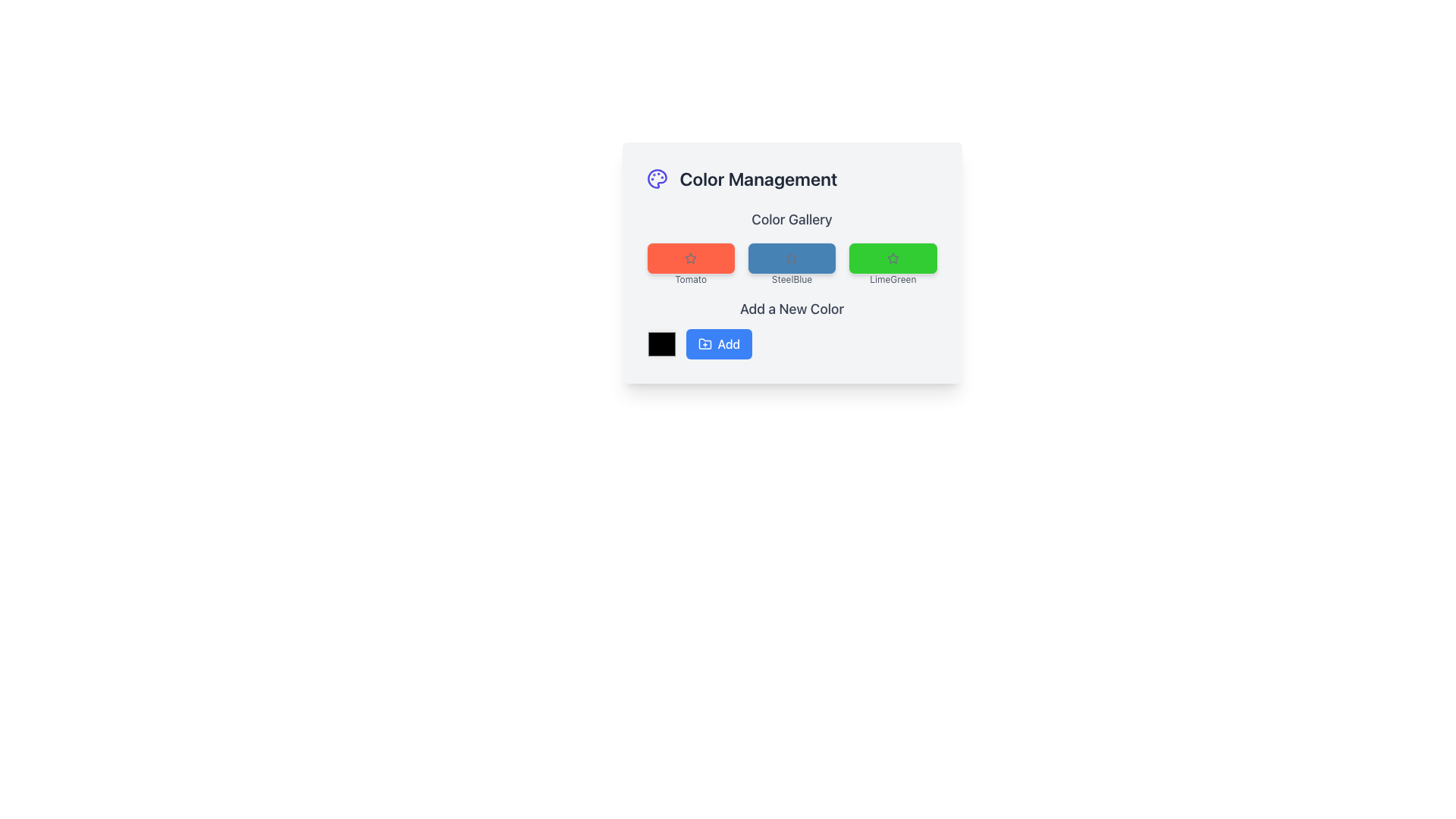 The image size is (1456, 819). Describe the element at coordinates (657, 177) in the screenshot. I see `the palette icon in the 'Color Management' panel, characterized by its intricate outline and vivid gradient colors` at that location.